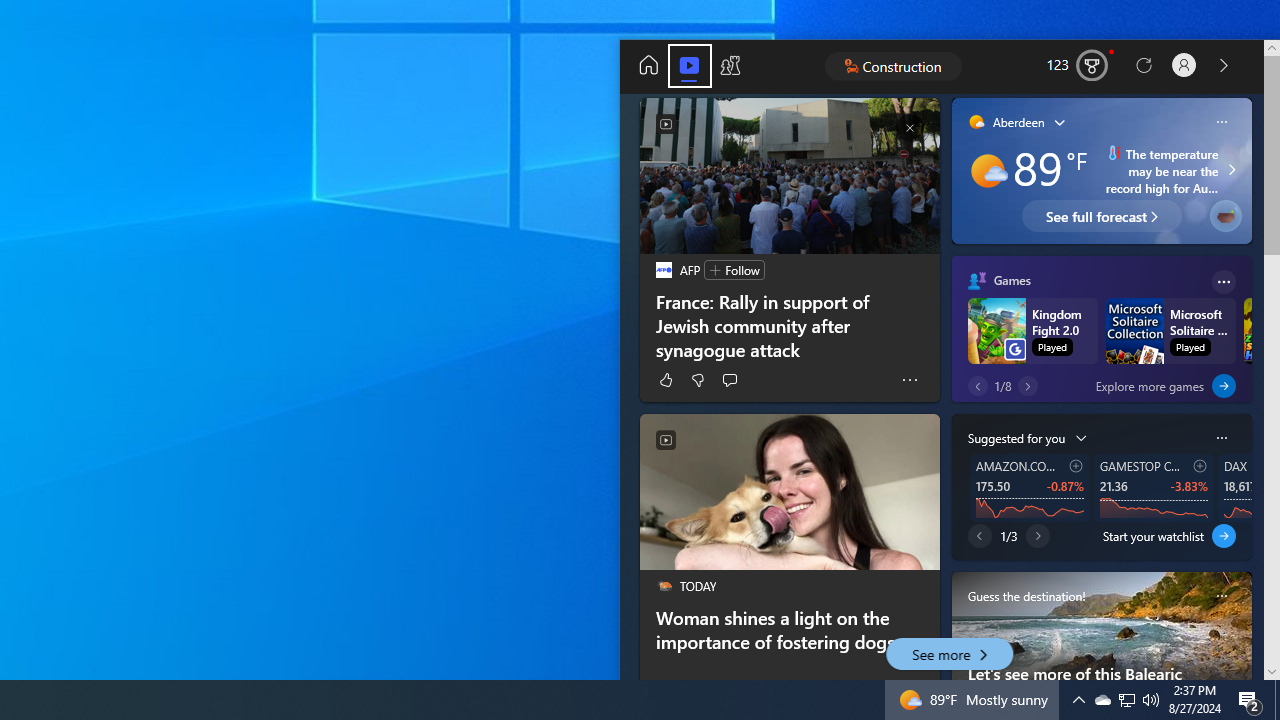 This screenshot has height=720, width=1280. Describe the element at coordinates (1127, 698) in the screenshot. I see `'Notification Chevron'` at that location.